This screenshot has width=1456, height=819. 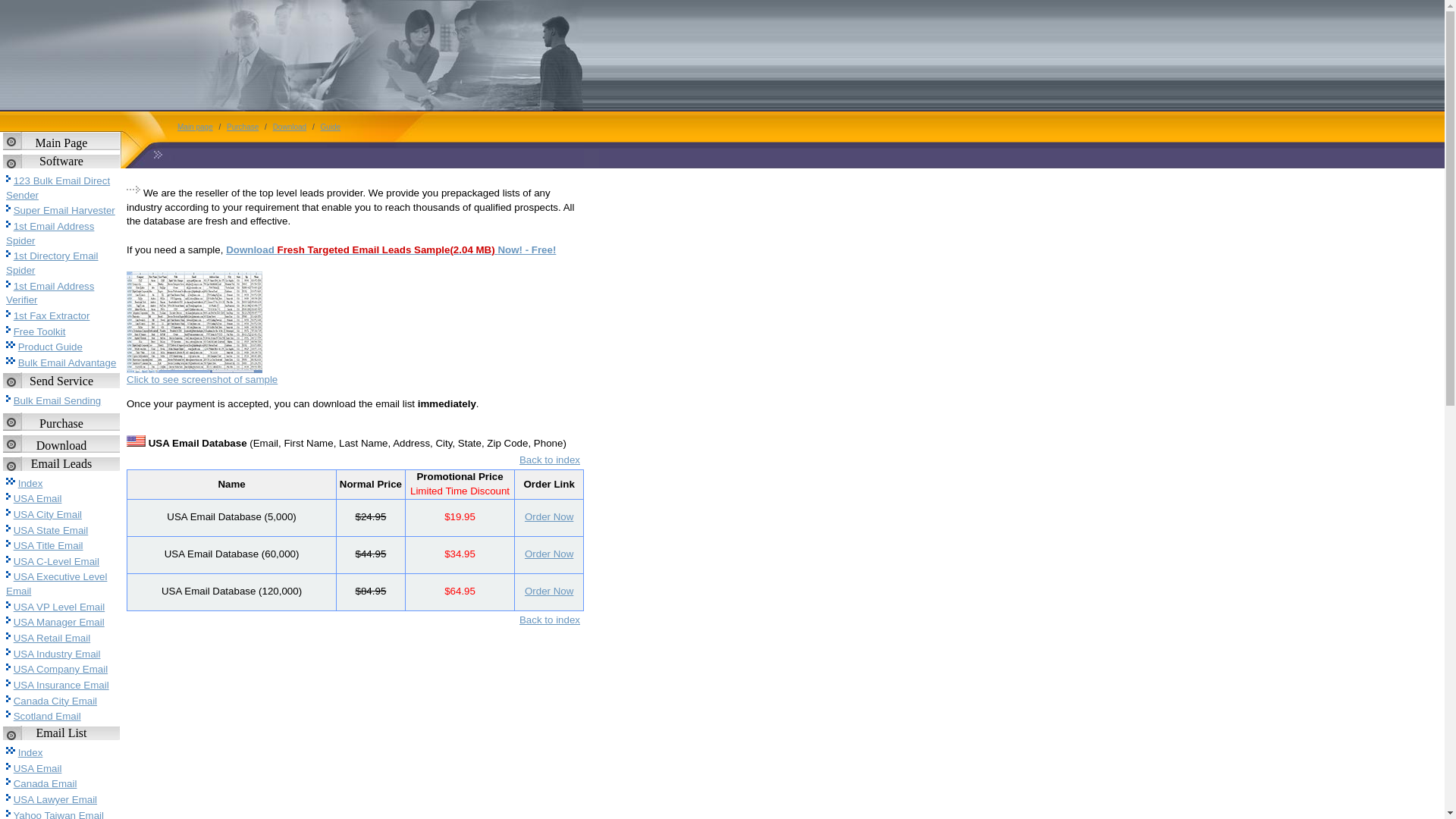 I want to click on 'USA Email', so click(x=37, y=498).